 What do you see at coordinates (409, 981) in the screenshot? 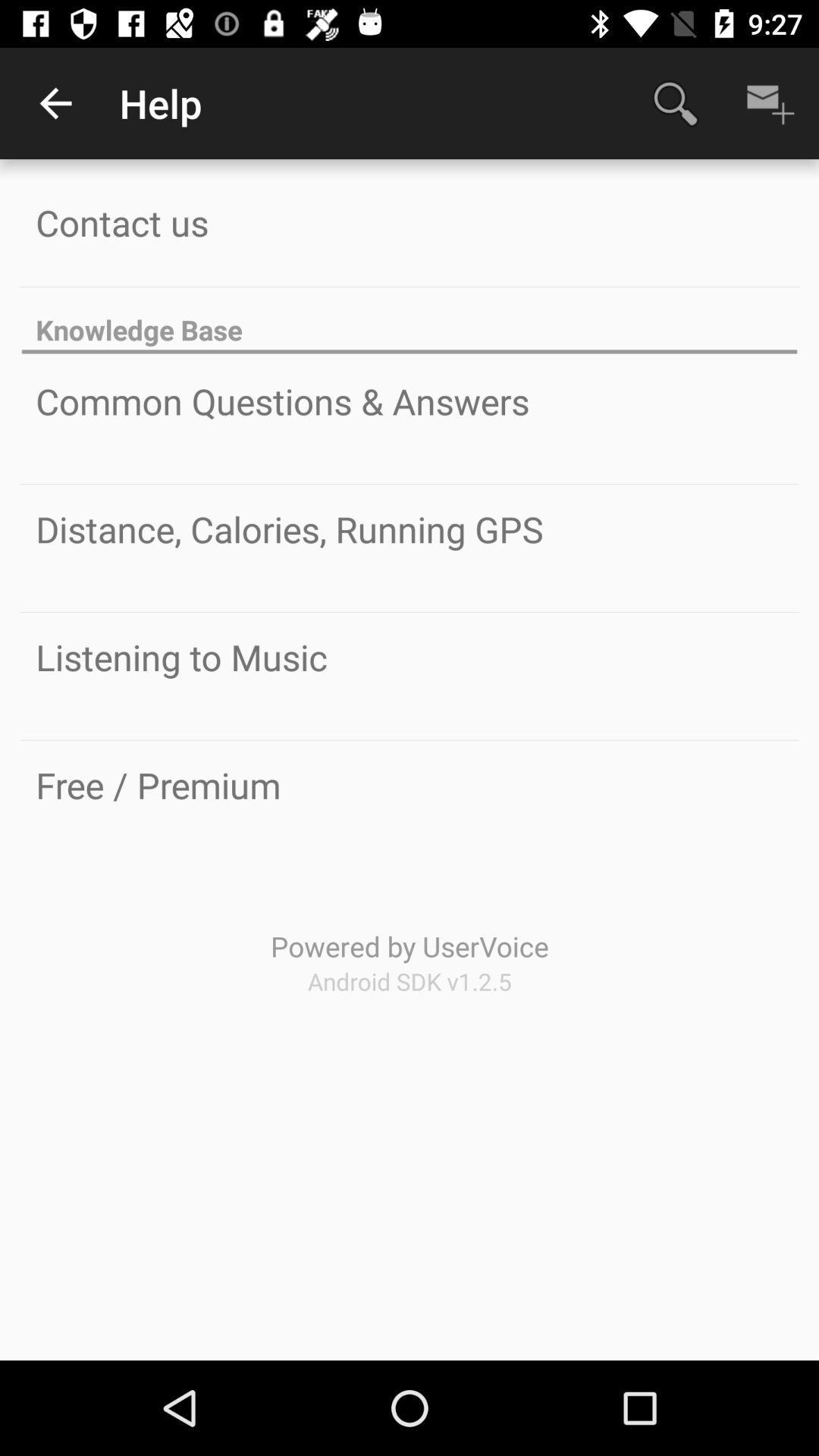
I see `the android sdk v1` at bounding box center [409, 981].